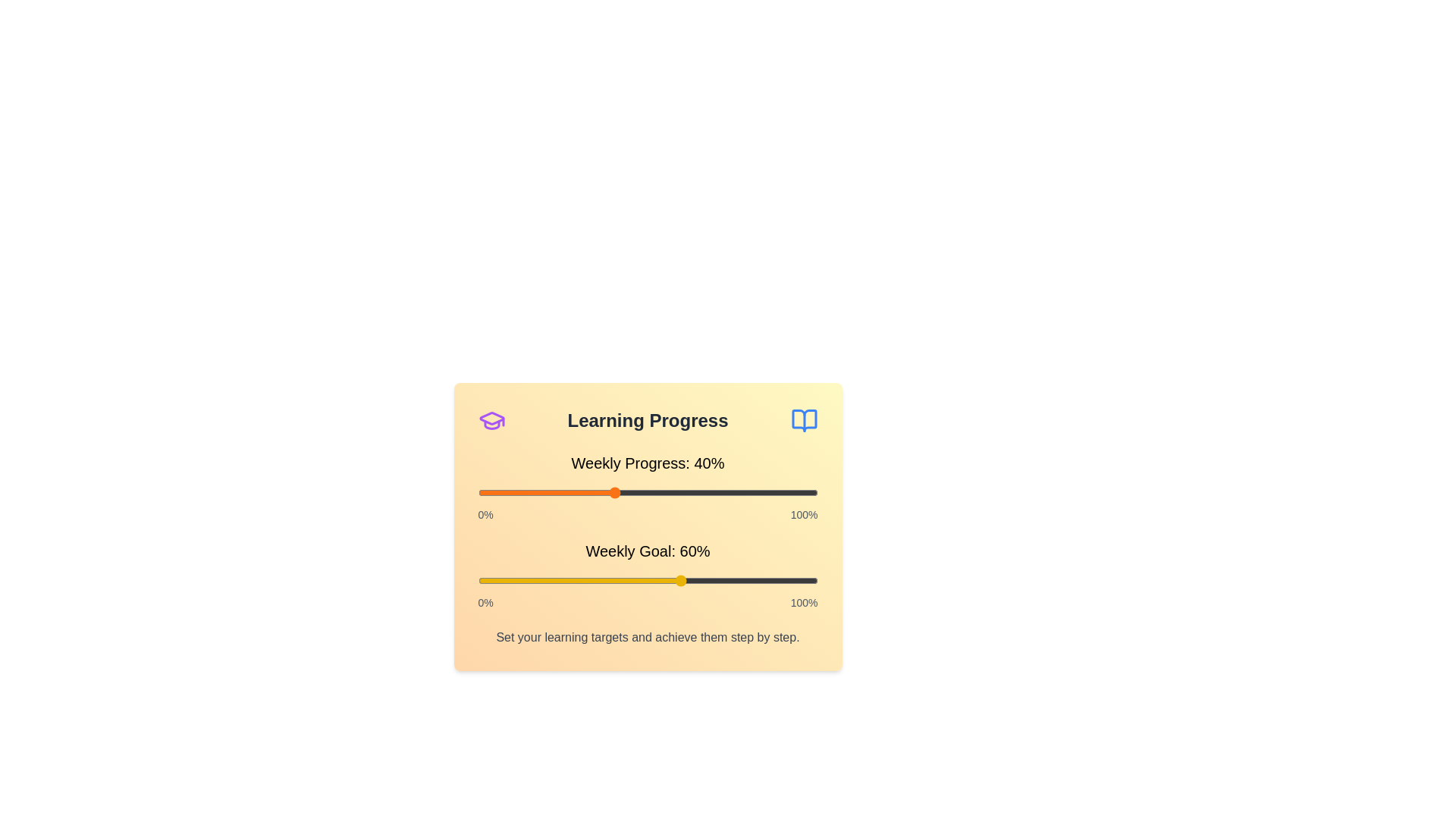  I want to click on the 'Weekly Goal' slider to 22%, so click(552, 580).